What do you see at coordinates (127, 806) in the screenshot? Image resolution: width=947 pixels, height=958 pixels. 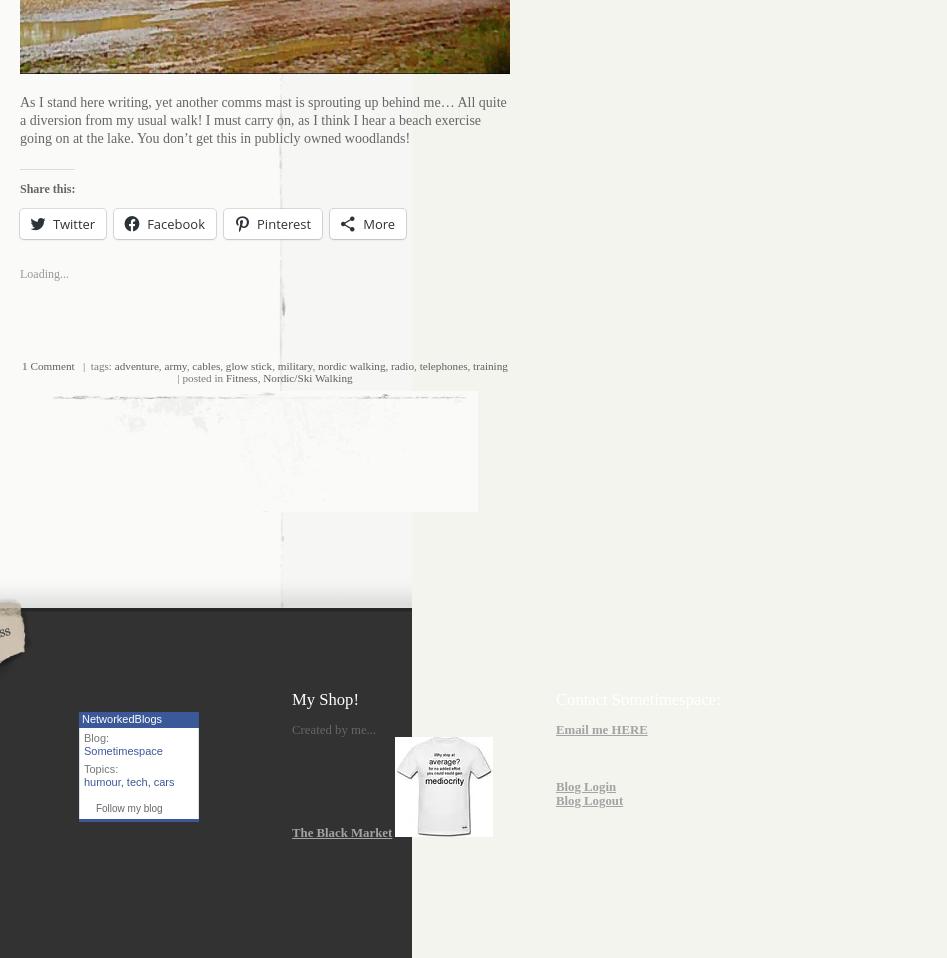 I see `'Follow my blog'` at bounding box center [127, 806].